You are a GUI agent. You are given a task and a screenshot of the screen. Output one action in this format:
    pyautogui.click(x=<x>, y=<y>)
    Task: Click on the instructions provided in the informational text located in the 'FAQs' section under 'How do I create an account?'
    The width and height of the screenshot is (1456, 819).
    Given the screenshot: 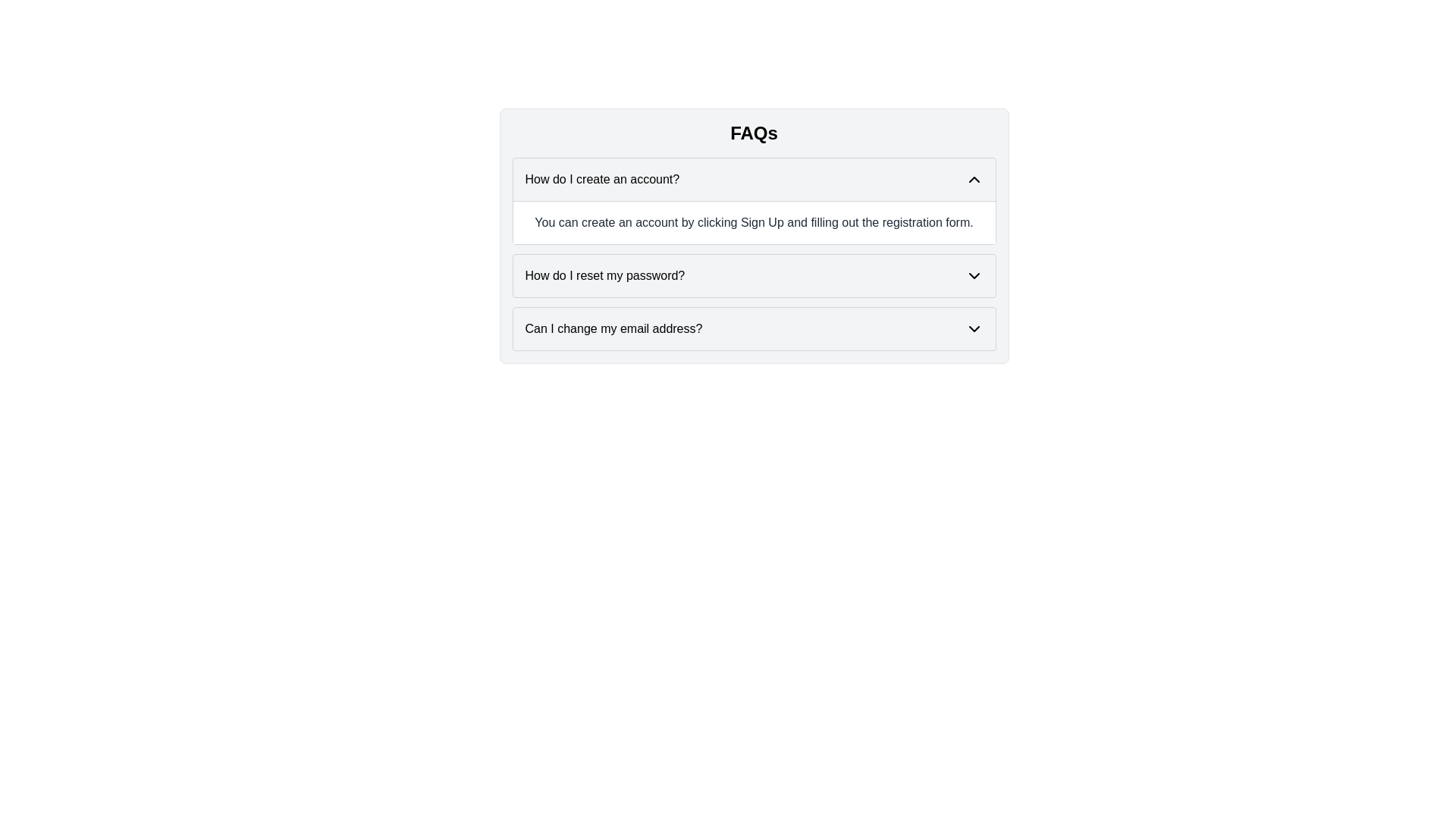 What is the action you would take?
    pyautogui.click(x=754, y=222)
    